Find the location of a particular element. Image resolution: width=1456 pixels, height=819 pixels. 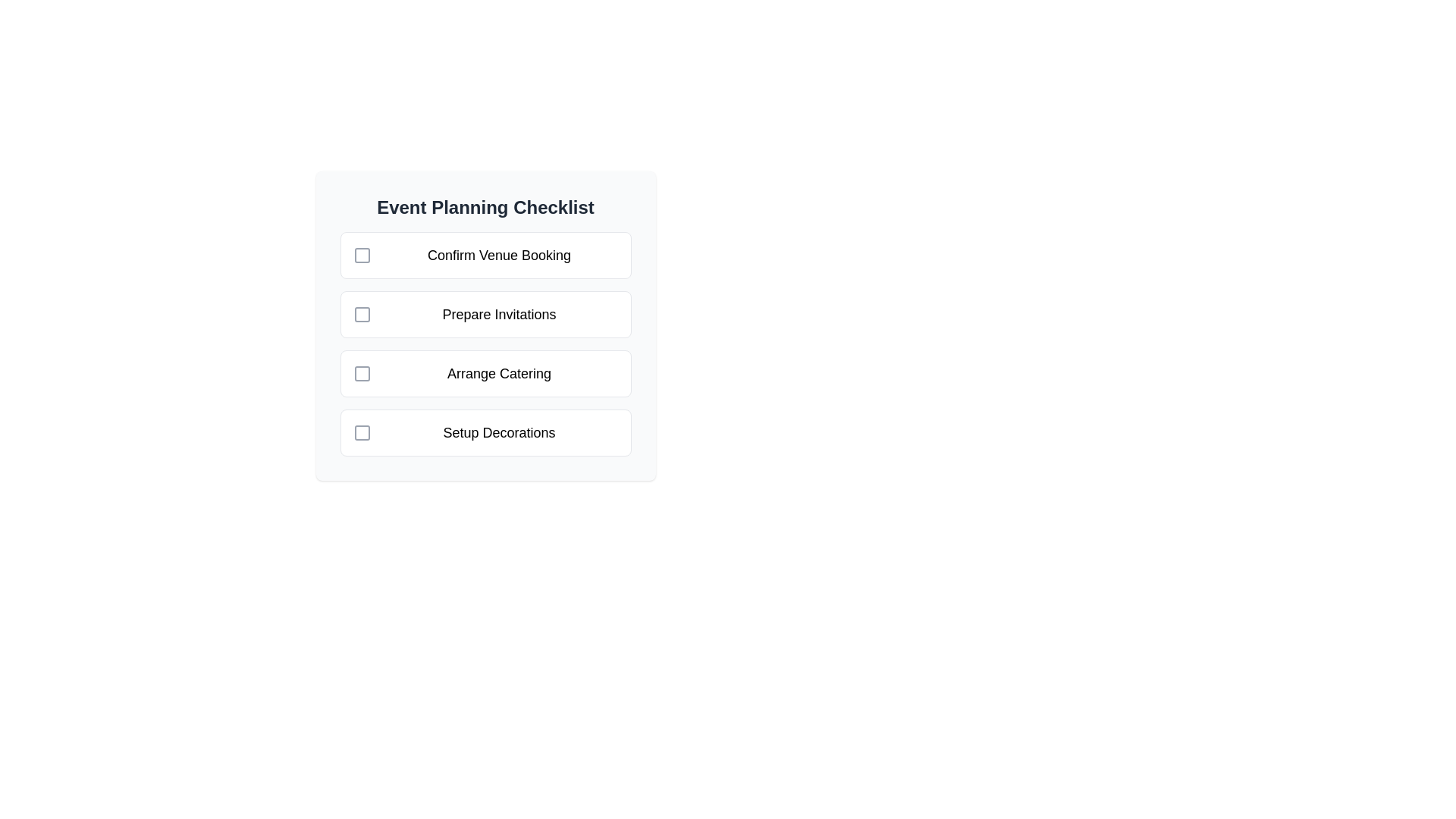

the text label indicating the task 'Prepare Invitations', which is the second item in the checklist, located between 'Confirm Venue Booking' and 'Arrange Catering' is located at coordinates (499, 314).